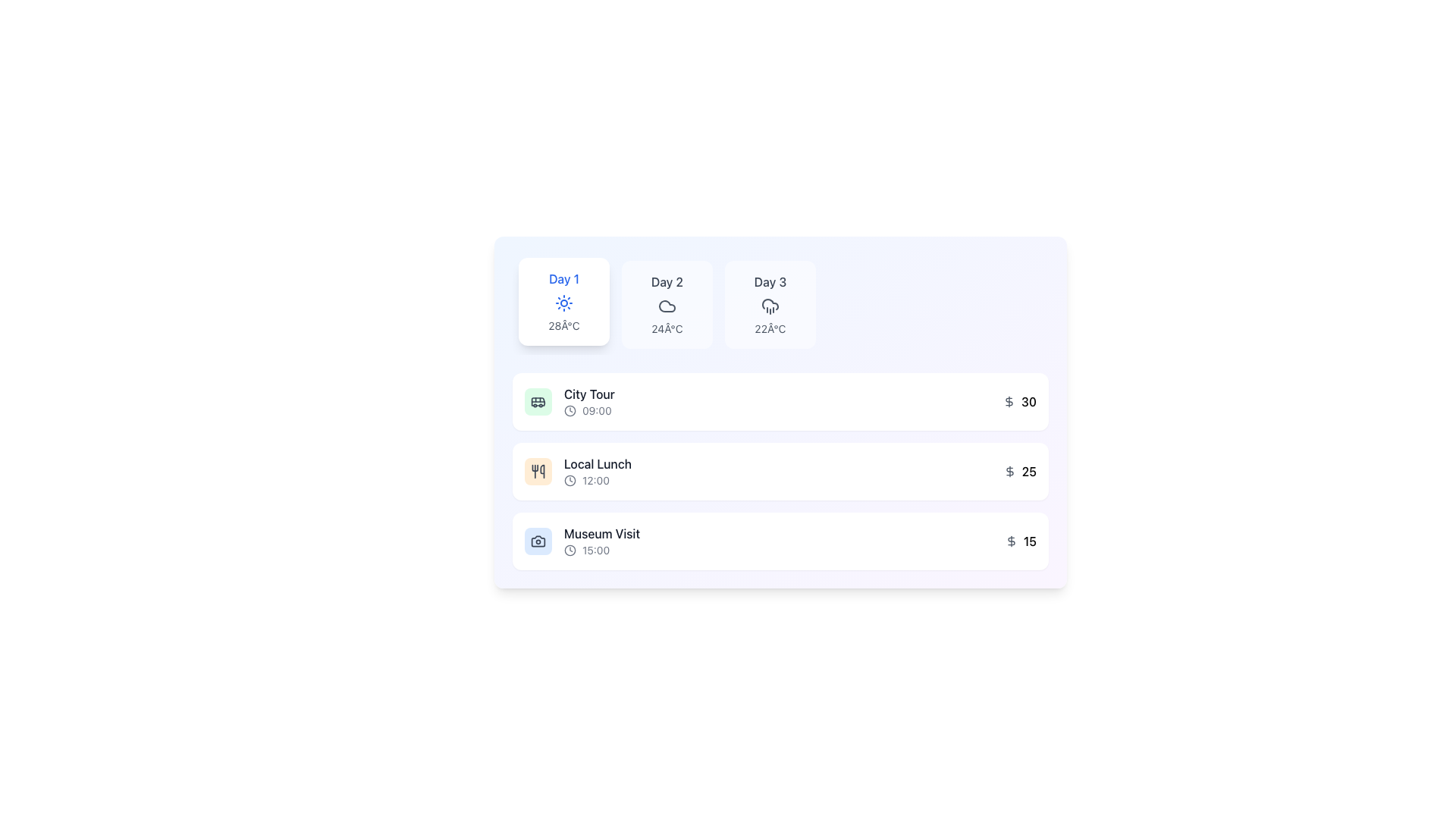 This screenshot has width=1456, height=819. I want to click on the schedule entry list item that is positioned directly below the 'City Tour' item, so click(780, 470).